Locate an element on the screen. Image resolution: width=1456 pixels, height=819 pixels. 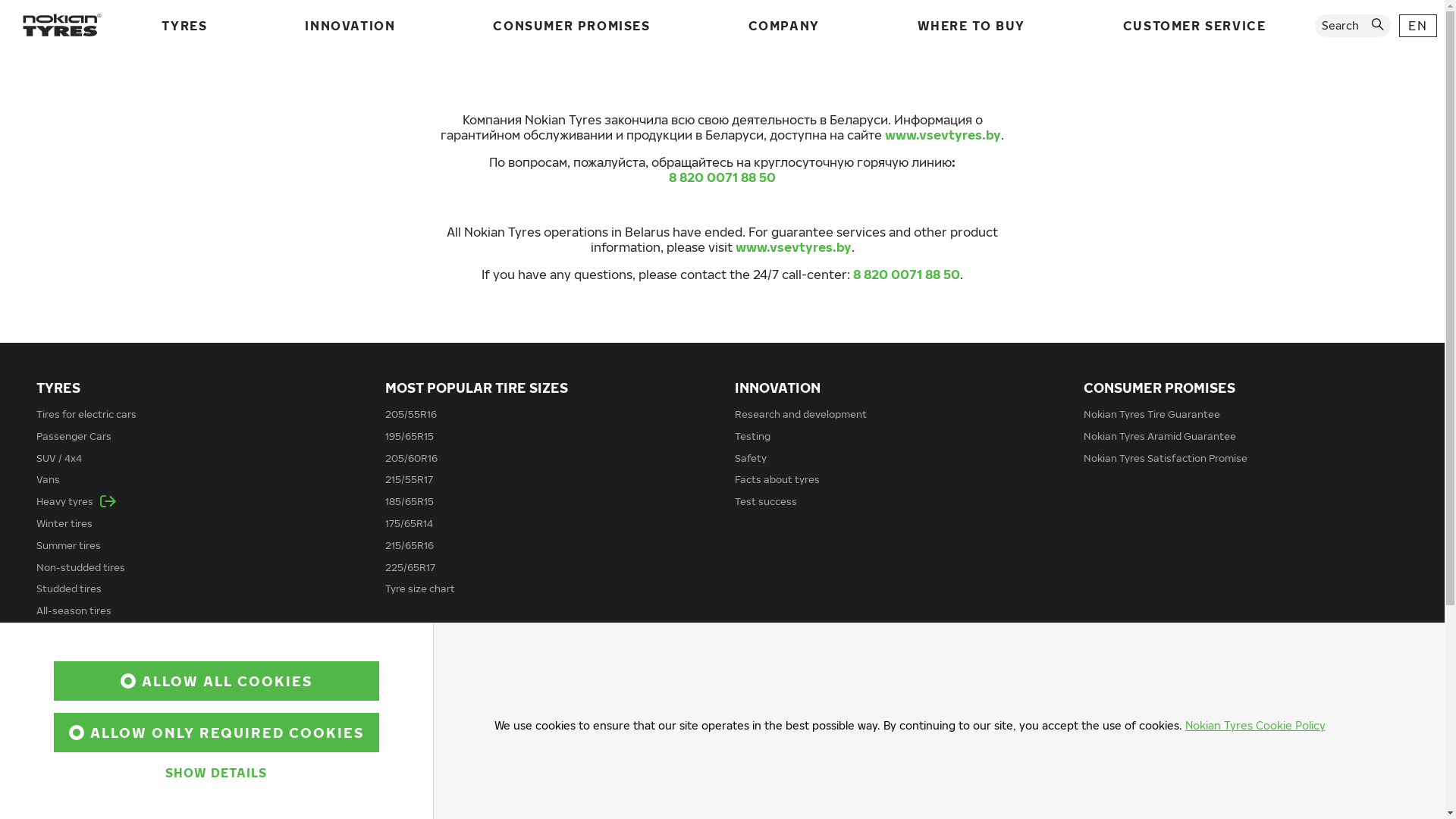
'Studded tires' is located at coordinates (68, 587).